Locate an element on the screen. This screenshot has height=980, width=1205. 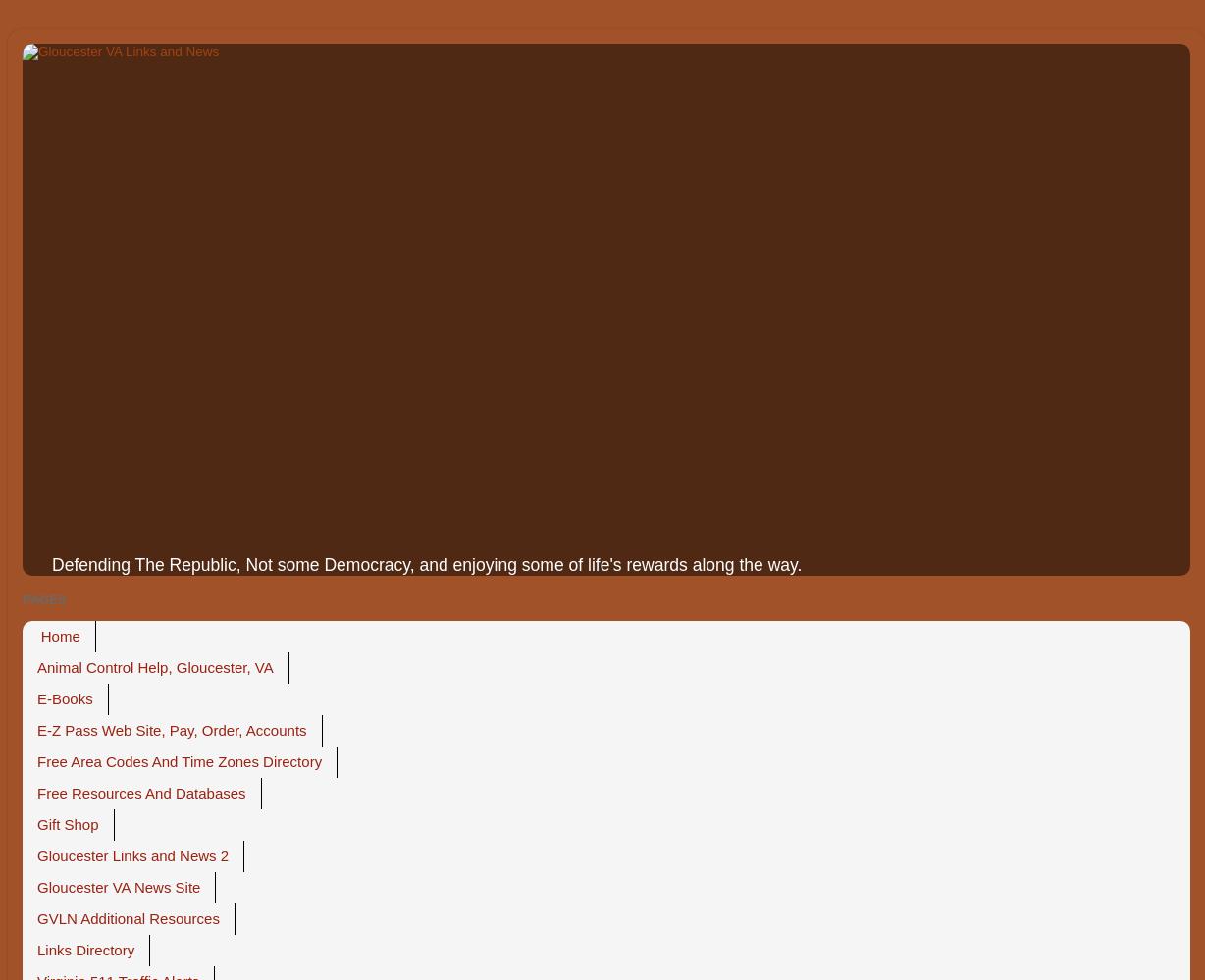
'Animal Control Help, Gloucester, VA' is located at coordinates (36, 667).